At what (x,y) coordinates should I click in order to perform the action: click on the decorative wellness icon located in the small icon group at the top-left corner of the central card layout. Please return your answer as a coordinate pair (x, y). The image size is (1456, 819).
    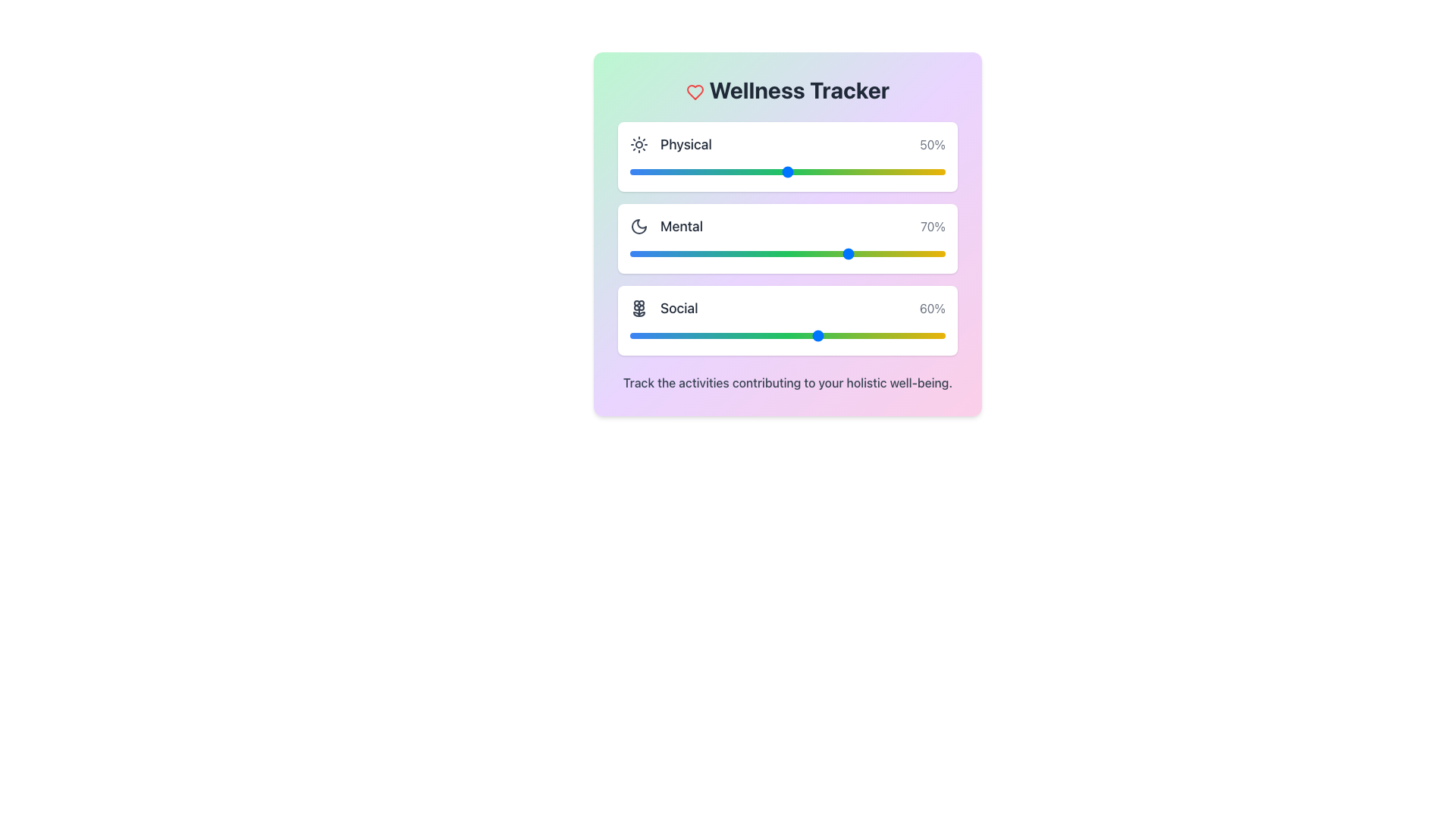
    Looking at the image, I should click on (639, 305).